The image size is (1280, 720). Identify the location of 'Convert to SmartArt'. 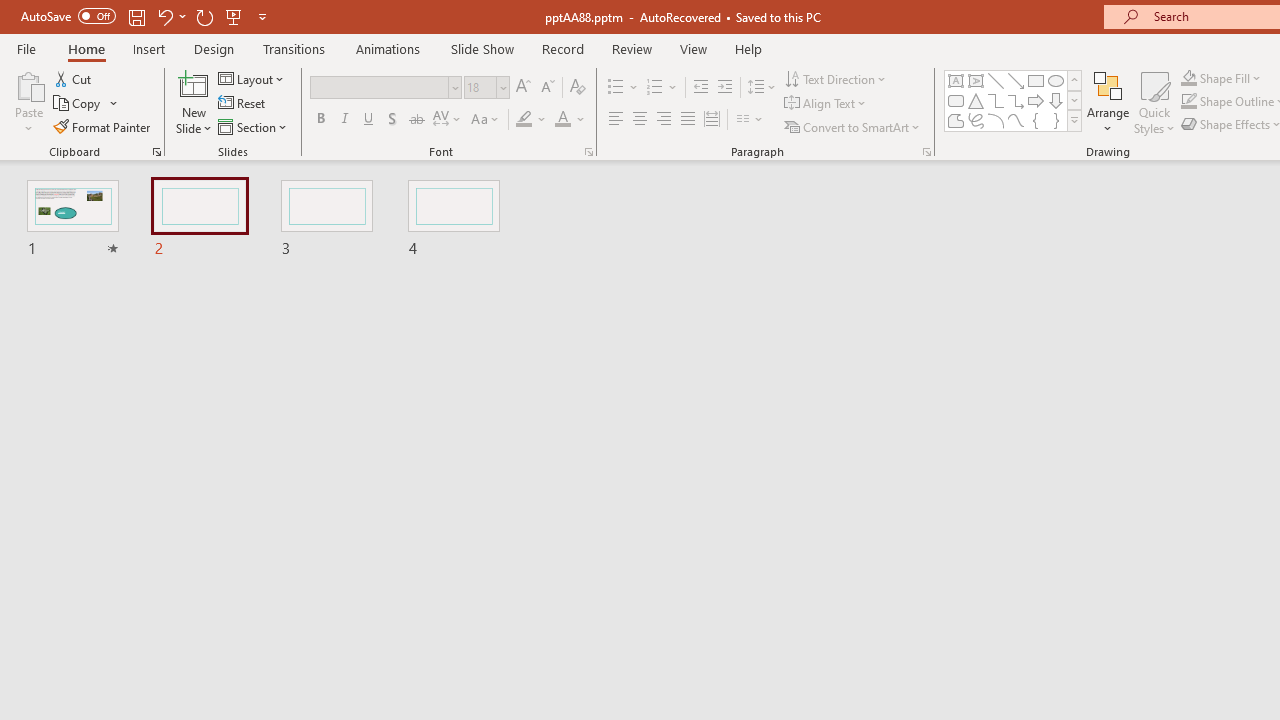
(853, 127).